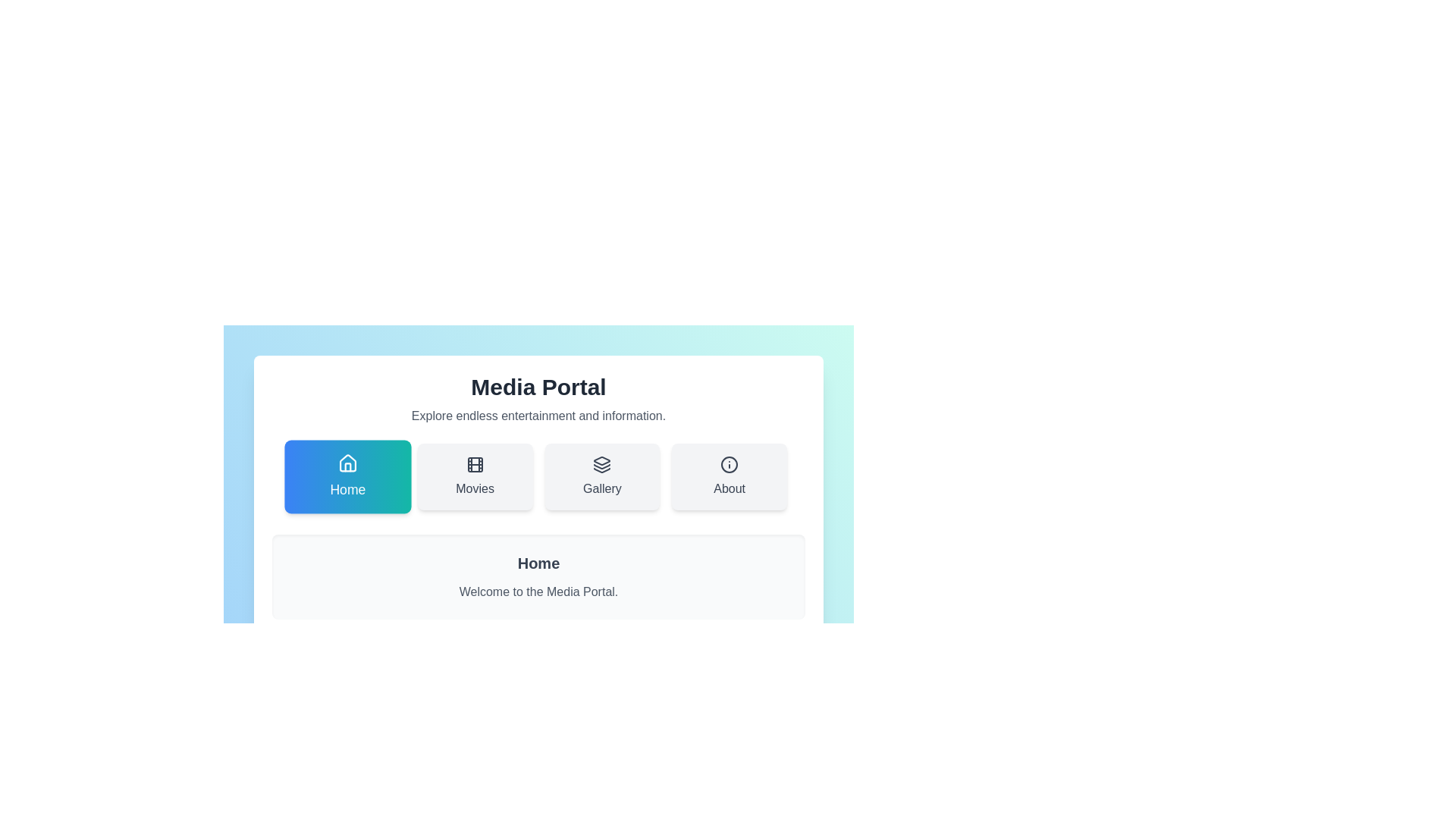  Describe the element at coordinates (474, 464) in the screenshot. I see `the SVG rectangle element that represents the 'Movies' button, which is part of an icon resembling a film strip` at that location.